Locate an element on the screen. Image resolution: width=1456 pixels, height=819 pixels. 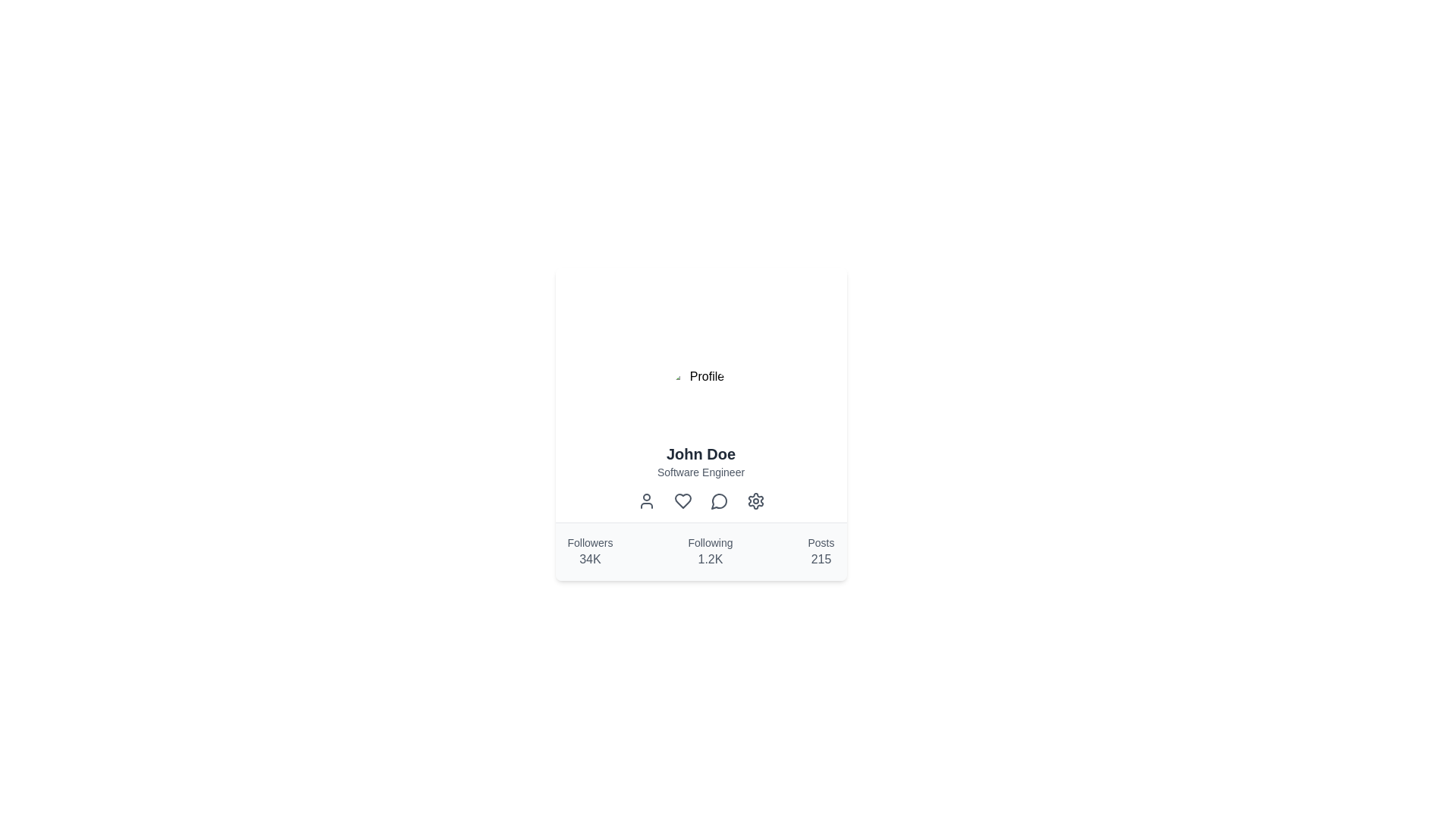
the speech bubble icon, which is a circular shape with a pointed tip at the bottom left, positioned third from the left among other icons at the bottom section of the interface is located at coordinates (718, 501).